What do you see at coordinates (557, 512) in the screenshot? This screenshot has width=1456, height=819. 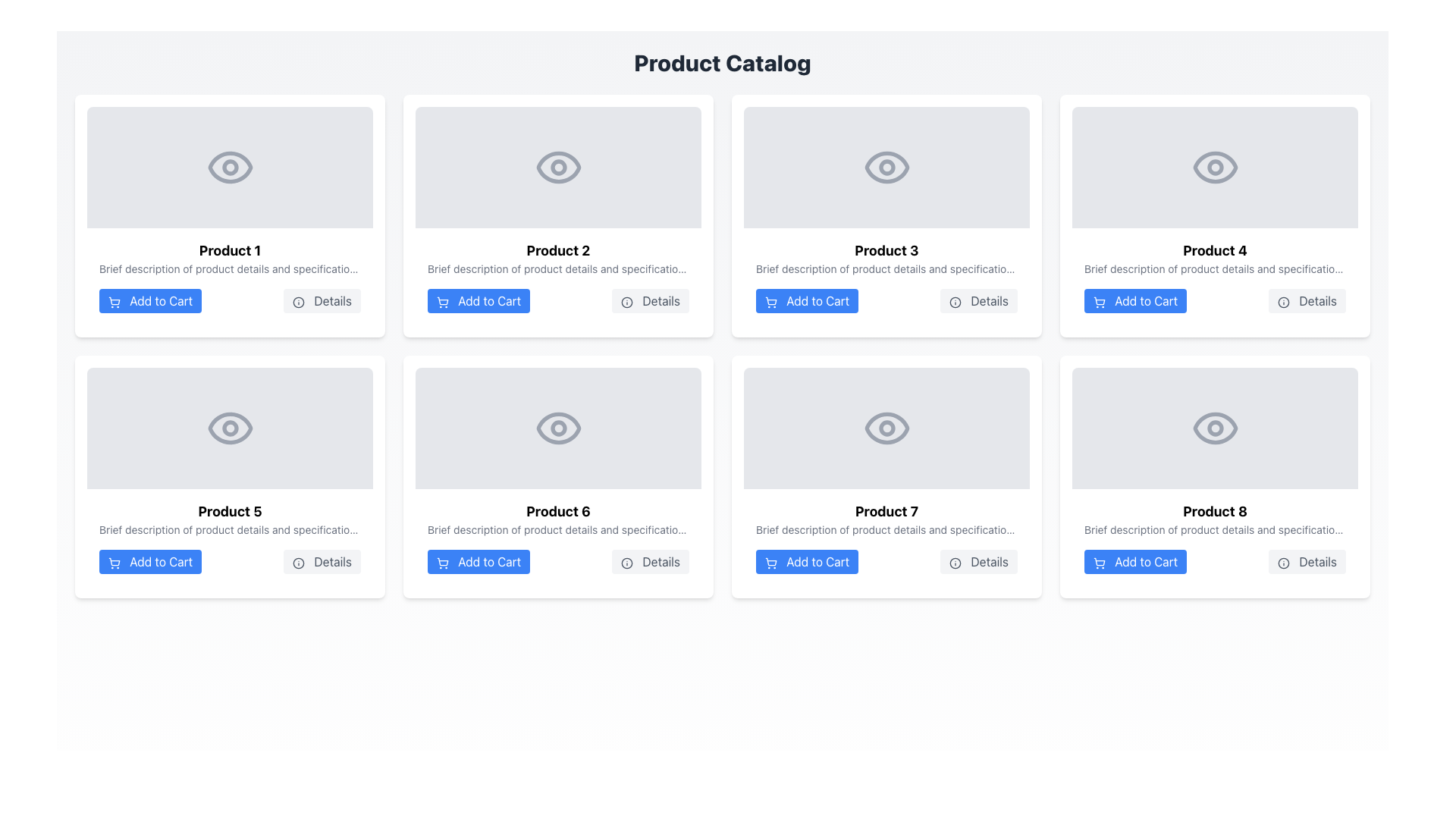 I see `the 'Product 6' text label, which serves as the title for the product on the product card, positioned at the upper center area above the description and buttons` at bounding box center [557, 512].